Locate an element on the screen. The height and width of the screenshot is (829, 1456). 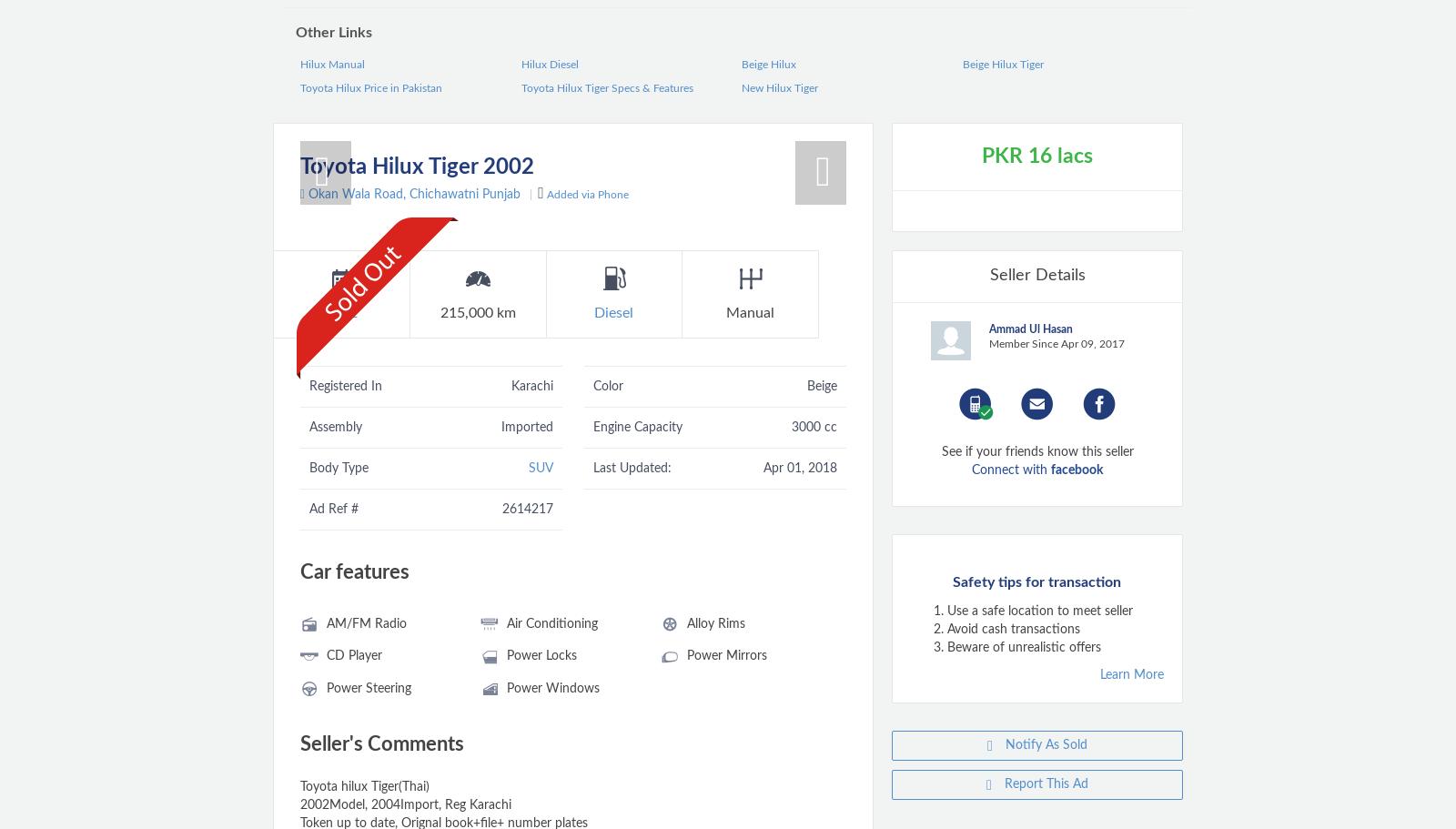
'AM/FM Radio' is located at coordinates (364, 622).